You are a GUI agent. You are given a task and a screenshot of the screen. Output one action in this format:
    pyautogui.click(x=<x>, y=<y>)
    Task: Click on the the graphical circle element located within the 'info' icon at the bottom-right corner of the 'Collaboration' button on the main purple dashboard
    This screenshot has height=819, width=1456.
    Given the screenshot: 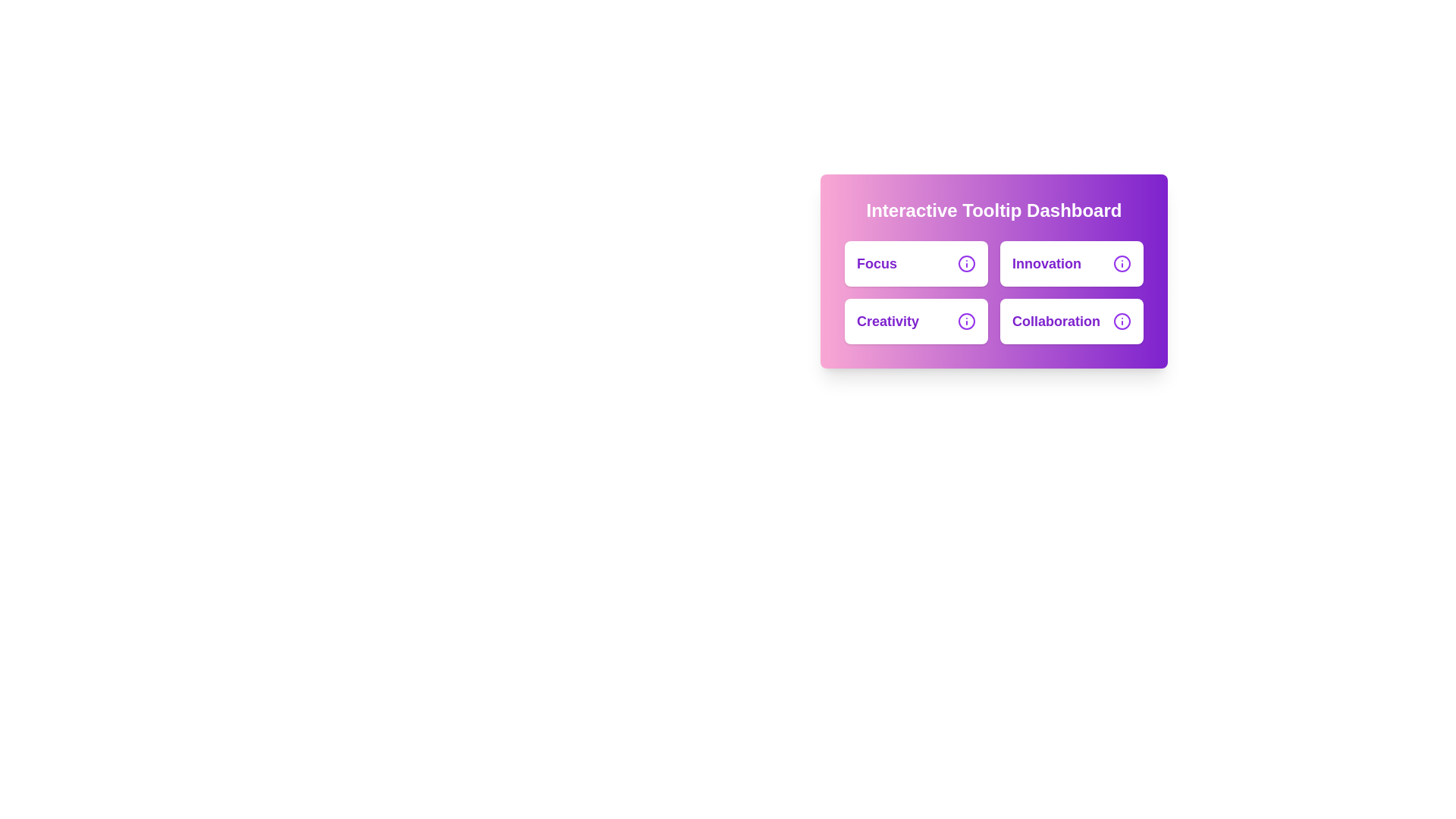 What is the action you would take?
    pyautogui.click(x=1122, y=321)
    